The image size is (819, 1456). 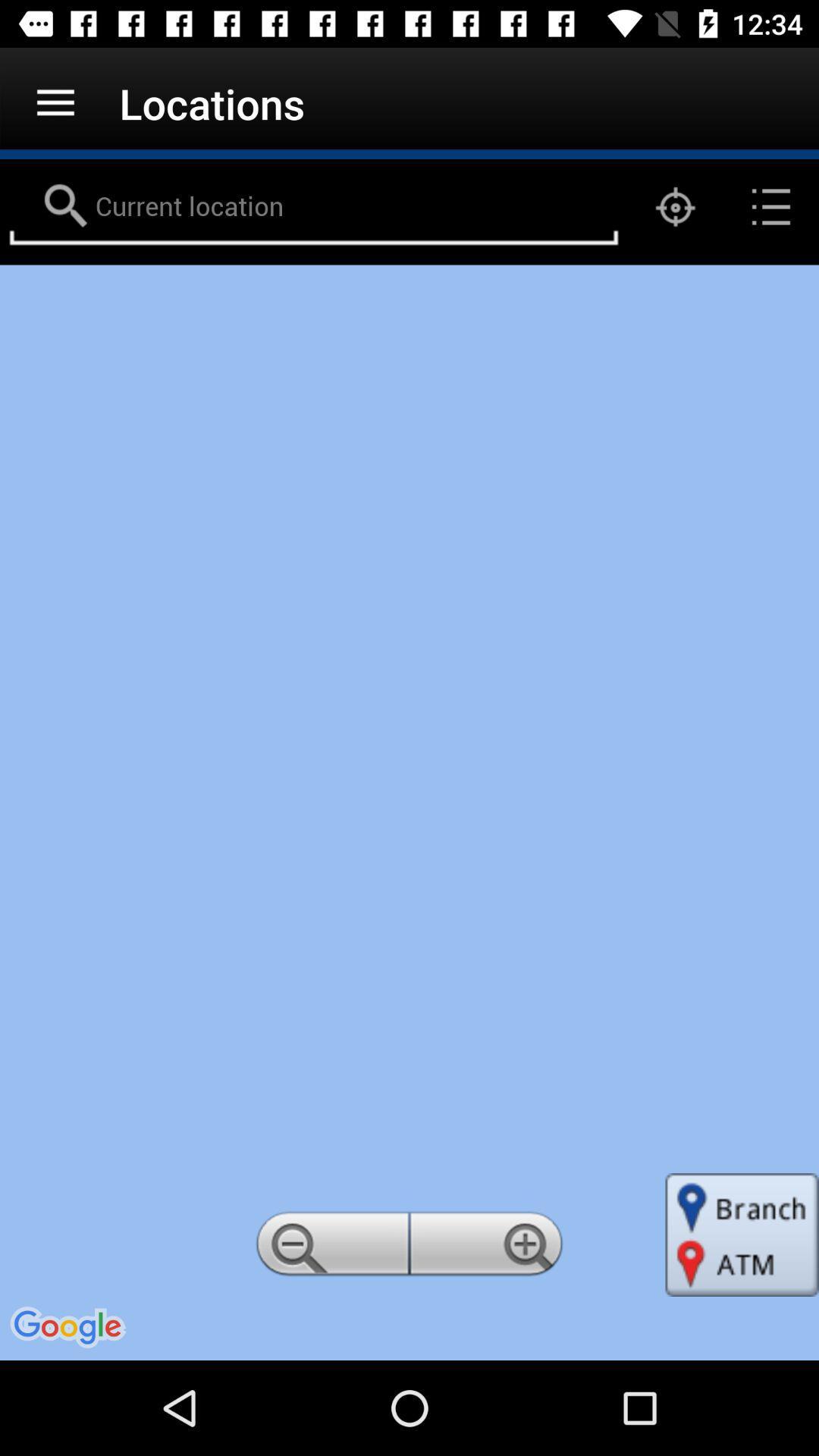 I want to click on the list icon, so click(x=771, y=206).